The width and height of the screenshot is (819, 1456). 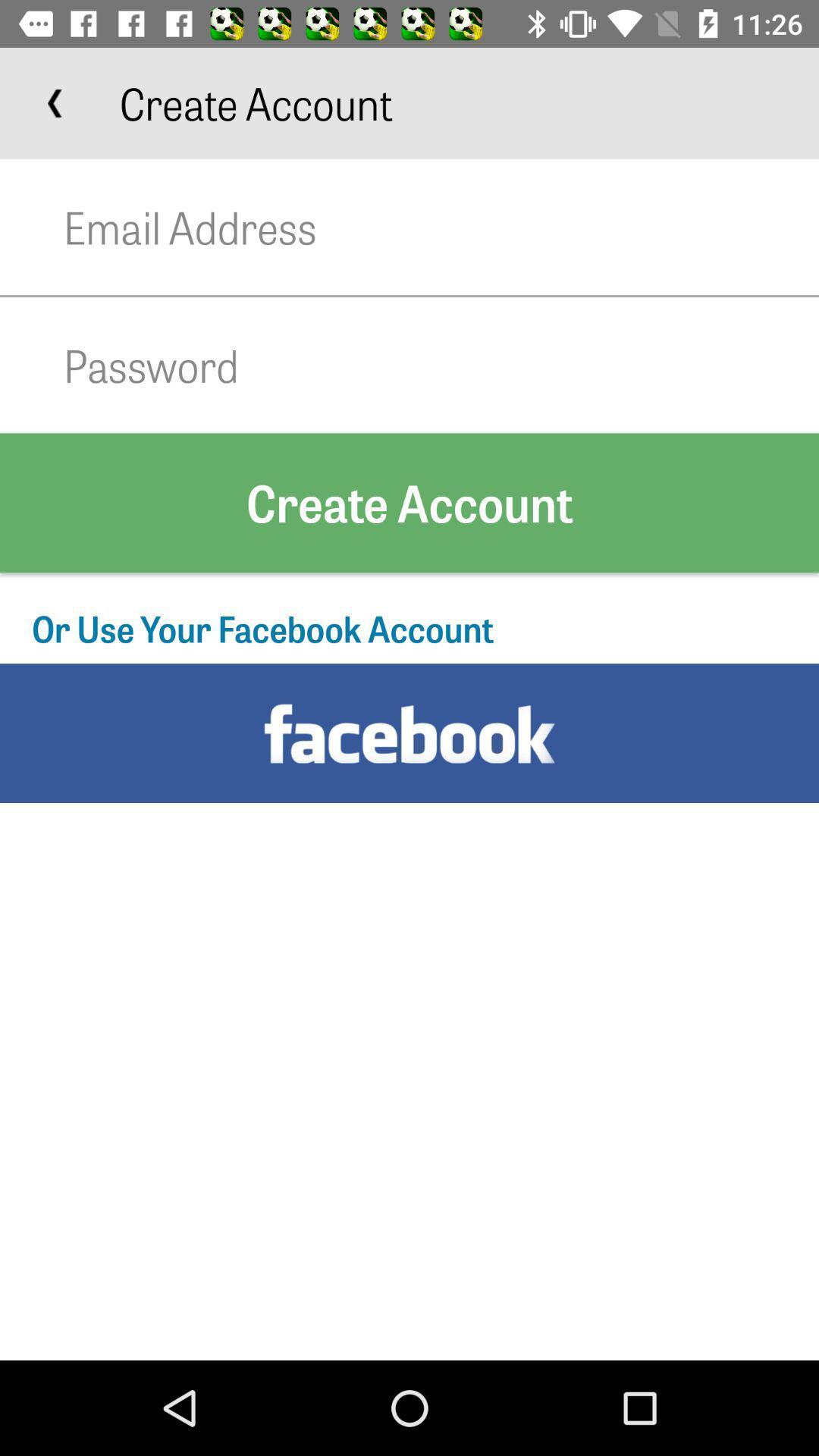 I want to click on email address, so click(x=441, y=226).